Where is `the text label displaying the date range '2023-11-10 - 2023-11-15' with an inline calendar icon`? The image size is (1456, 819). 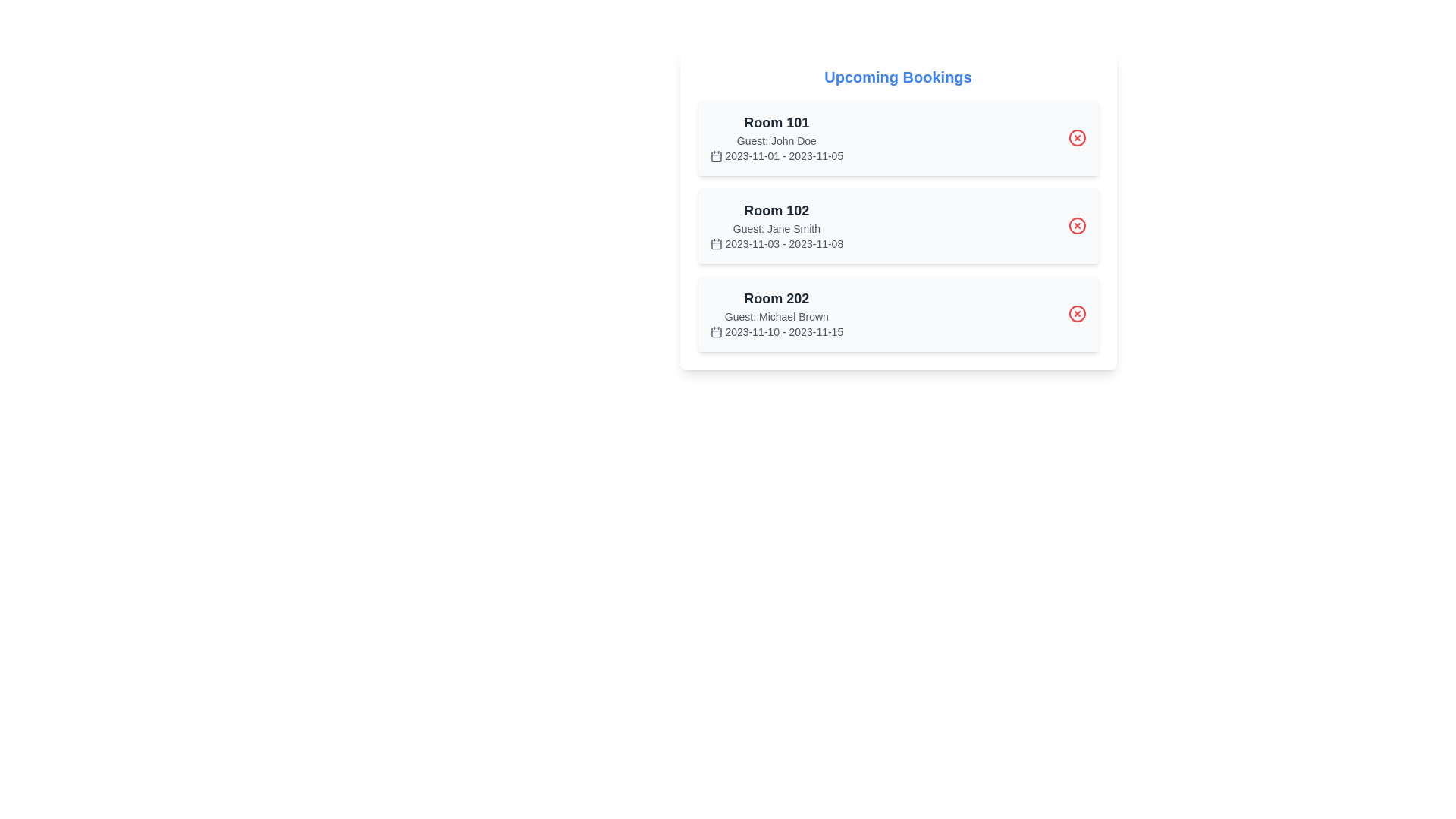 the text label displaying the date range '2023-11-10 - 2023-11-15' with an inline calendar icon is located at coordinates (777, 331).